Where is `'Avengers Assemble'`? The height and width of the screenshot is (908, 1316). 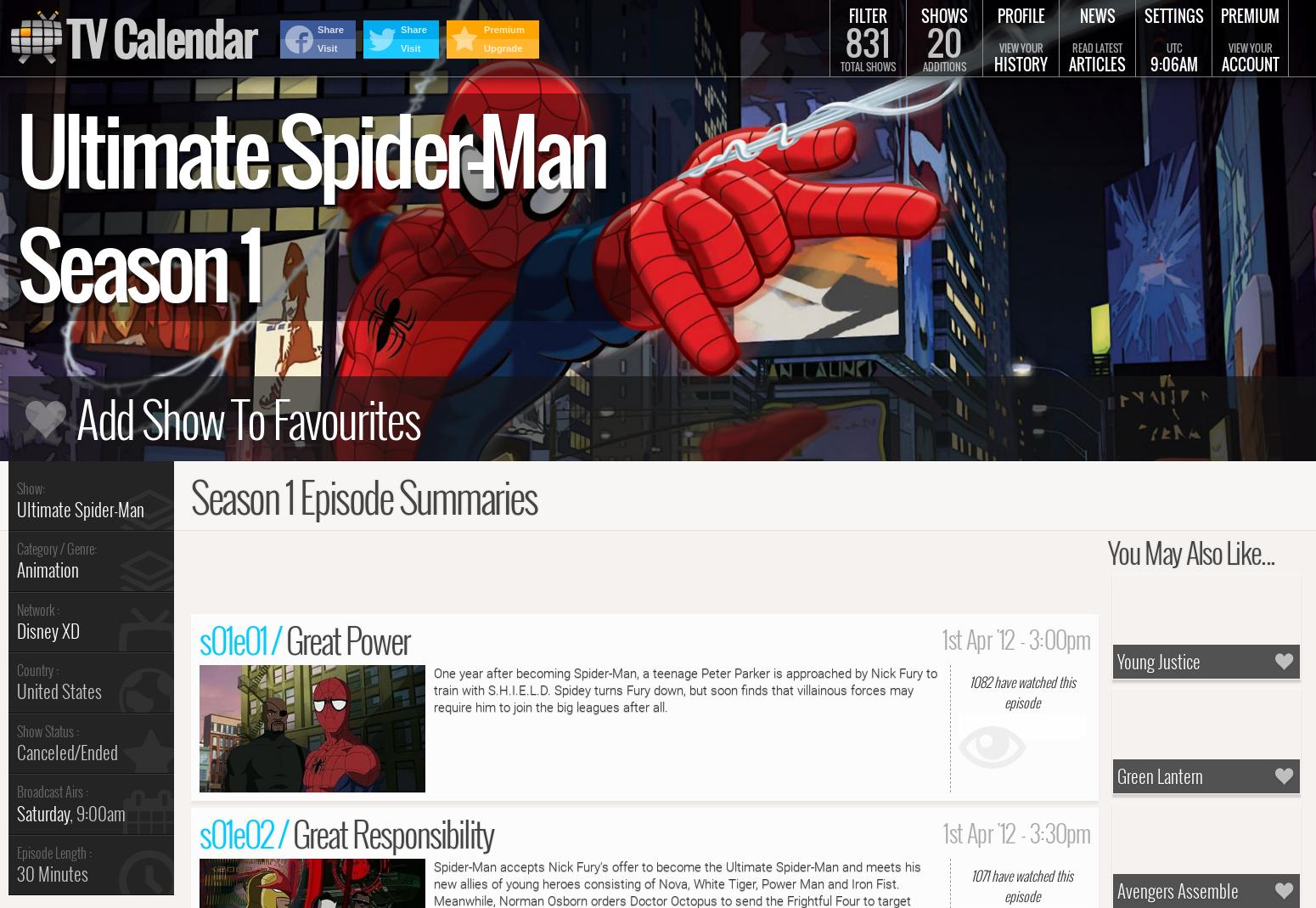
'Avengers Assemble' is located at coordinates (1178, 889).